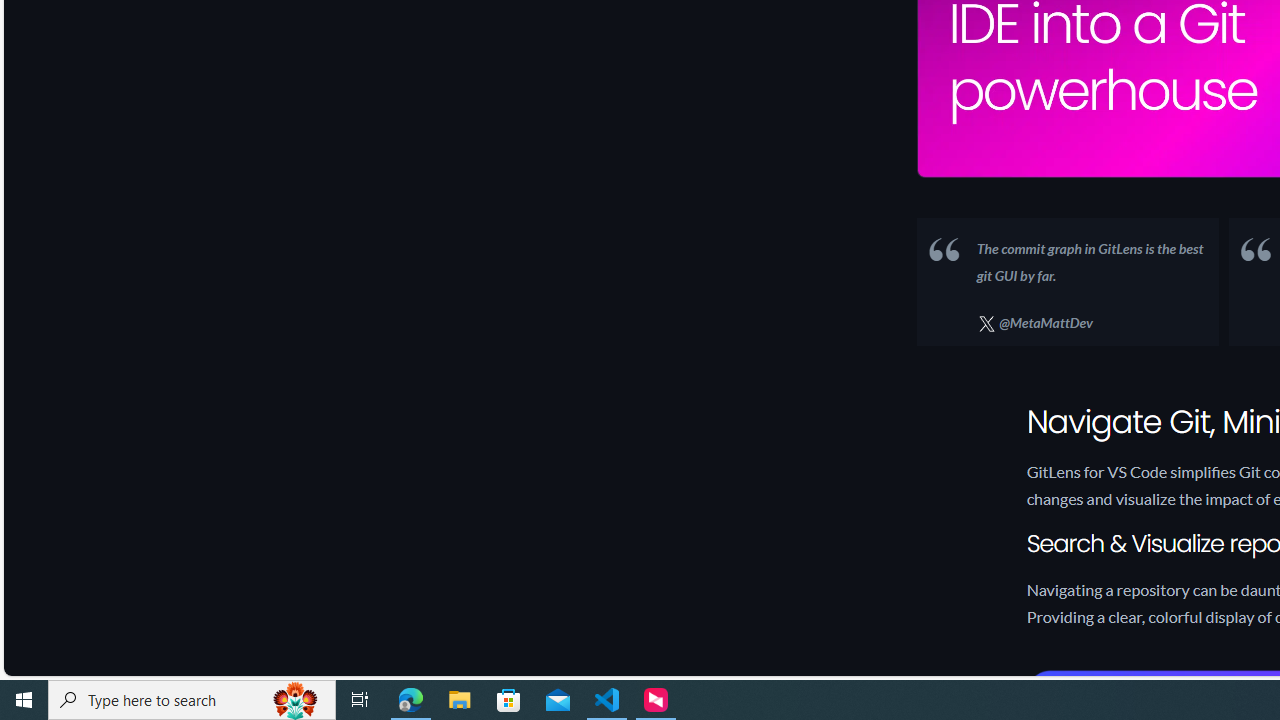  Describe the element at coordinates (606, 698) in the screenshot. I see `'Visual Studio Code - 1 running window'` at that location.